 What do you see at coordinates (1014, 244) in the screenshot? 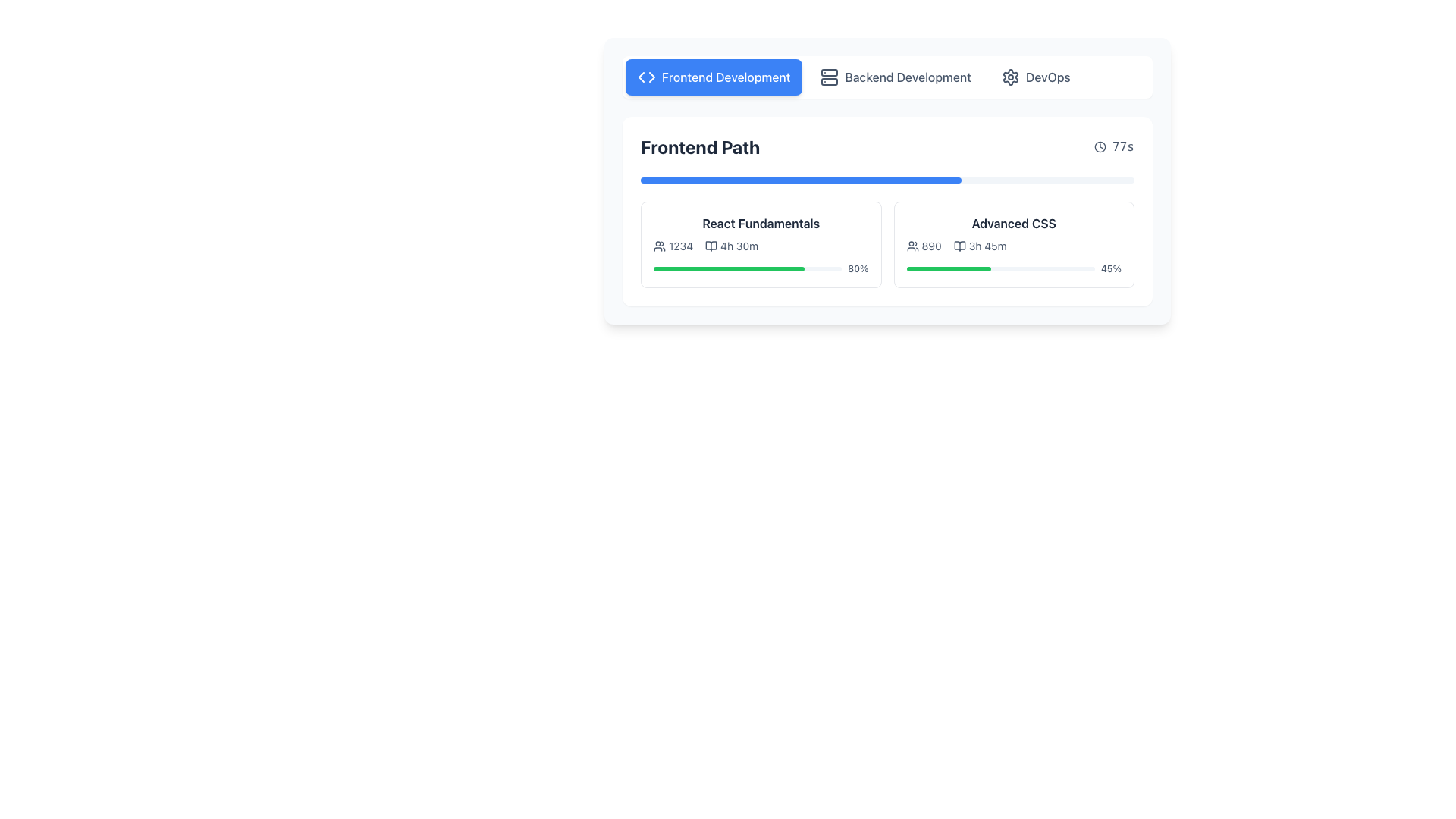
I see `information presented on the 'Advanced CSS' course card with progress tracker, which is the second item in a two-column grid layout on the right-hand side, adjacent to the 'React Fundamentals' card` at bounding box center [1014, 244].